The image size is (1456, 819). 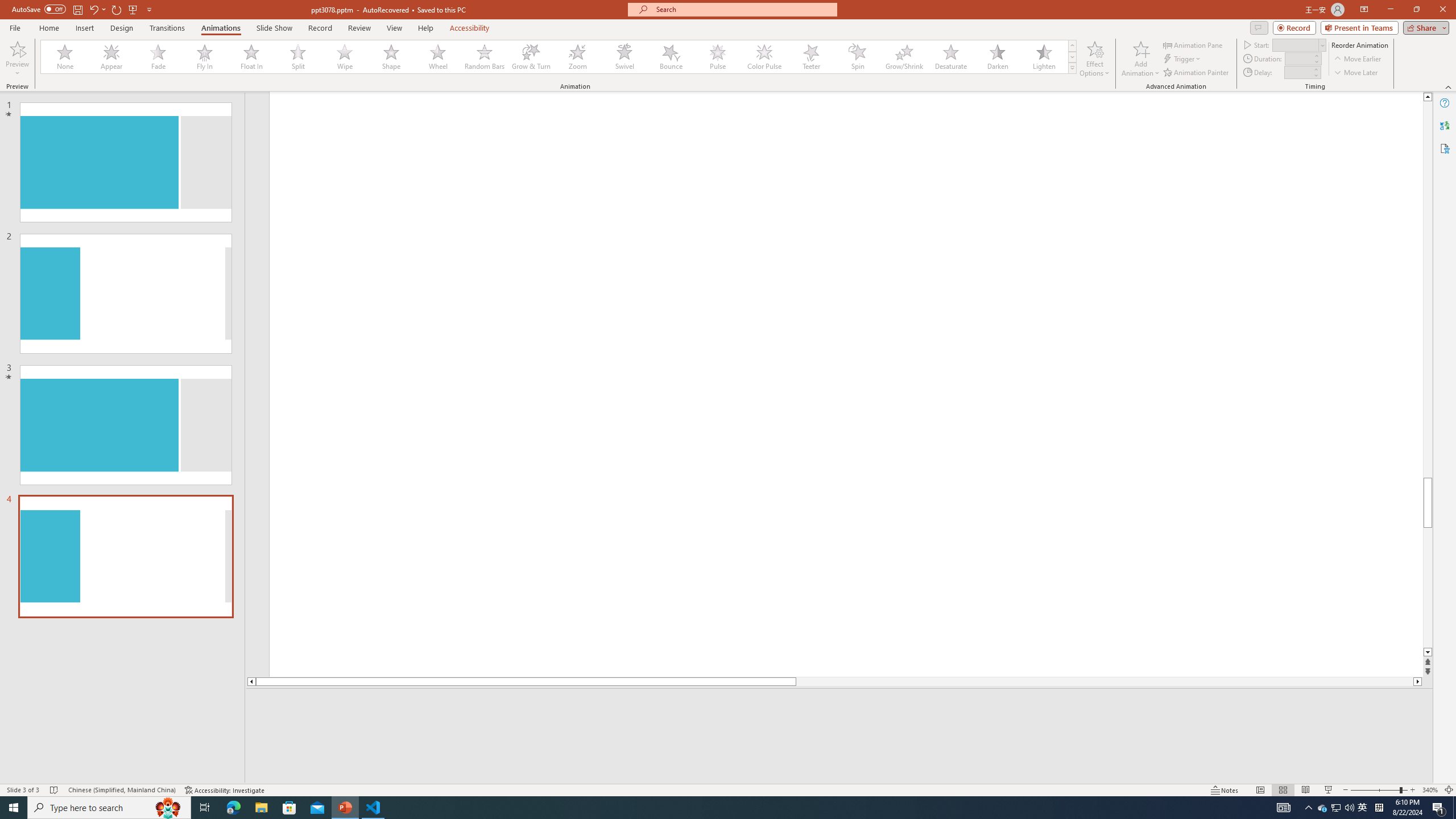 I want to click on 'AutomationID: AnimationGallery', so click(x=559, y=56).